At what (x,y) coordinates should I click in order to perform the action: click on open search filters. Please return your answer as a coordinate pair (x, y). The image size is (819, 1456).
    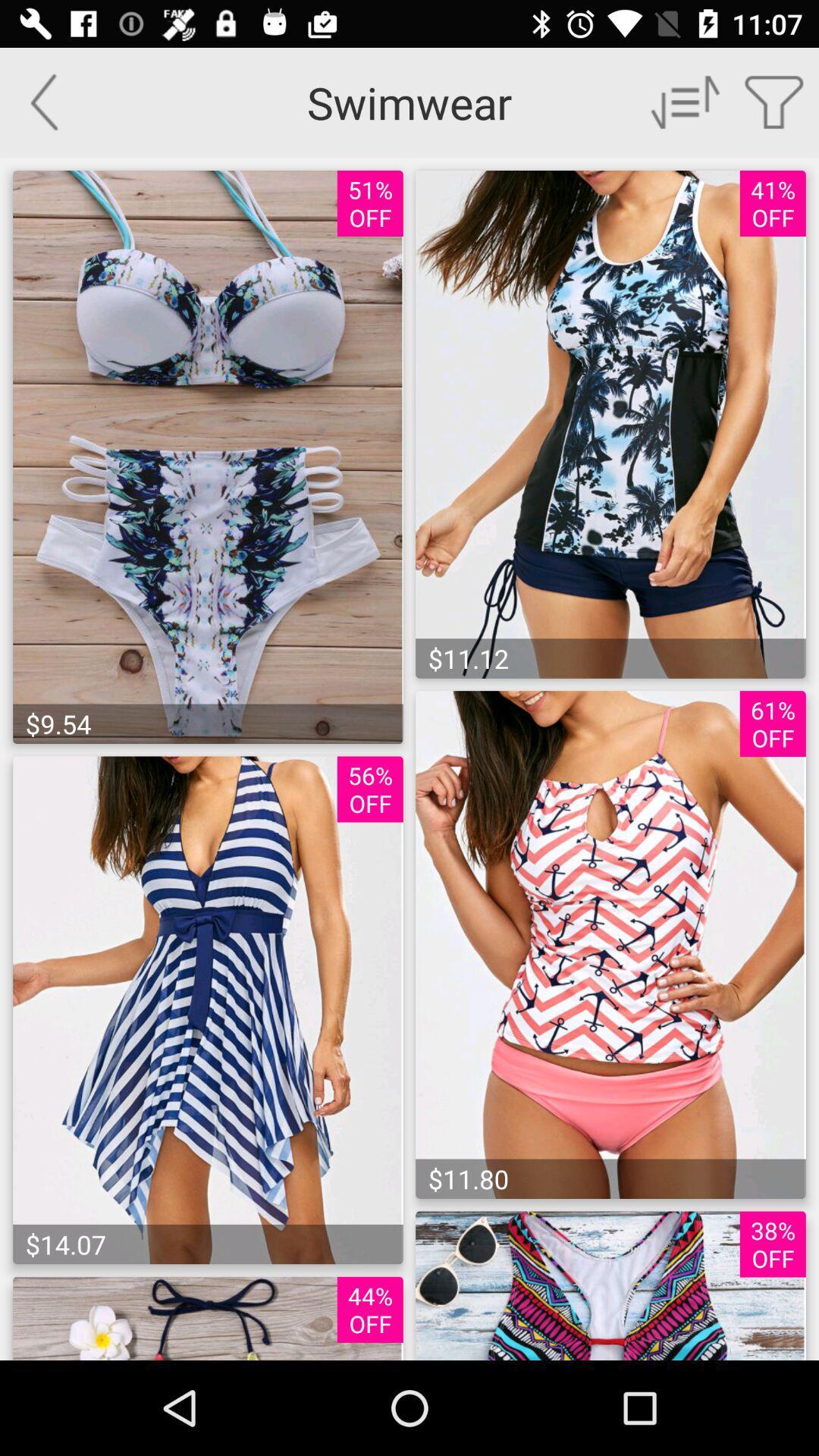
    Looking at the image, I should click on (774, 101).